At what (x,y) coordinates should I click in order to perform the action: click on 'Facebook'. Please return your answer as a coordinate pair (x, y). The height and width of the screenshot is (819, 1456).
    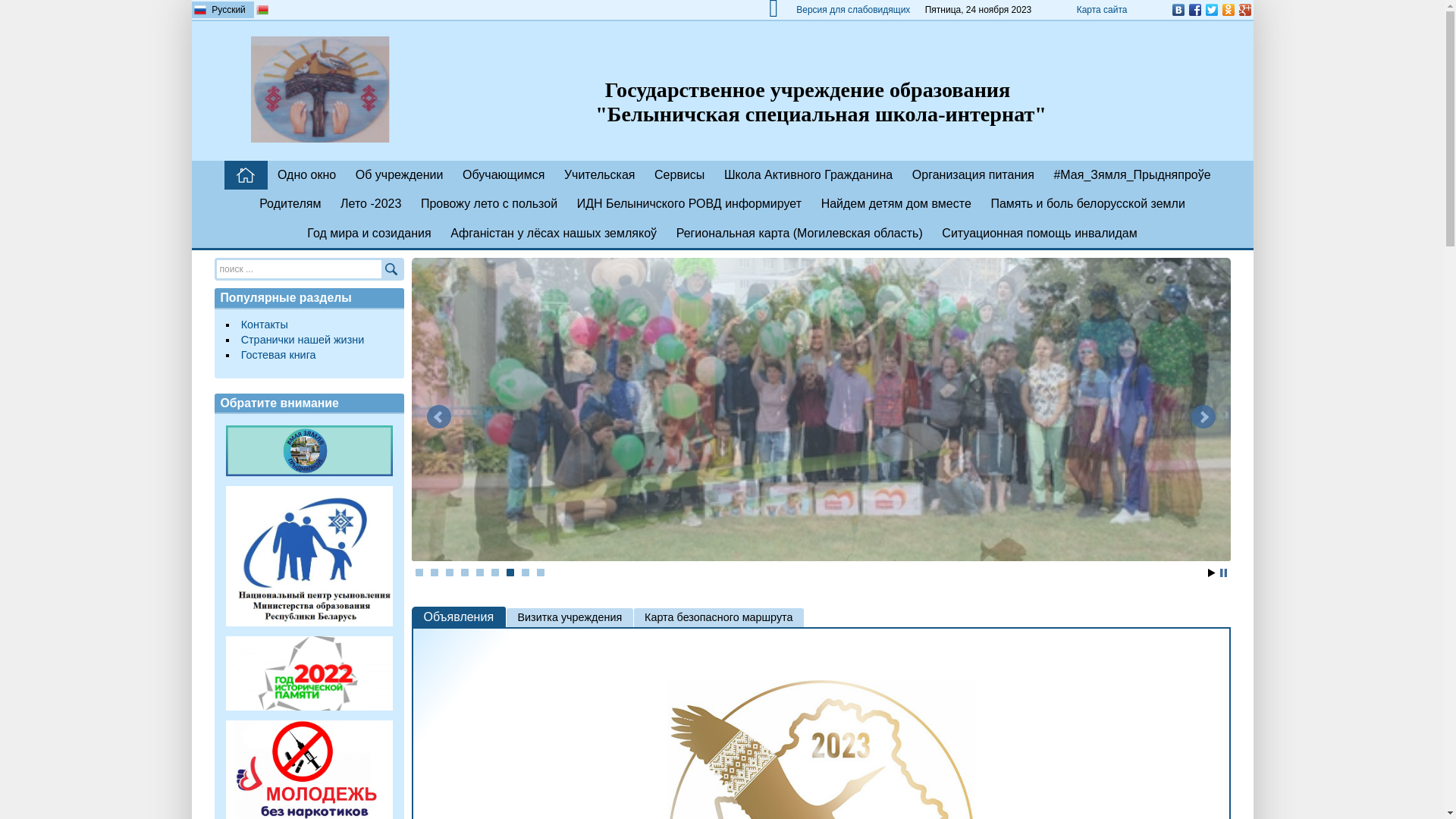
    Looking at the image, I should click on (1193, 9).